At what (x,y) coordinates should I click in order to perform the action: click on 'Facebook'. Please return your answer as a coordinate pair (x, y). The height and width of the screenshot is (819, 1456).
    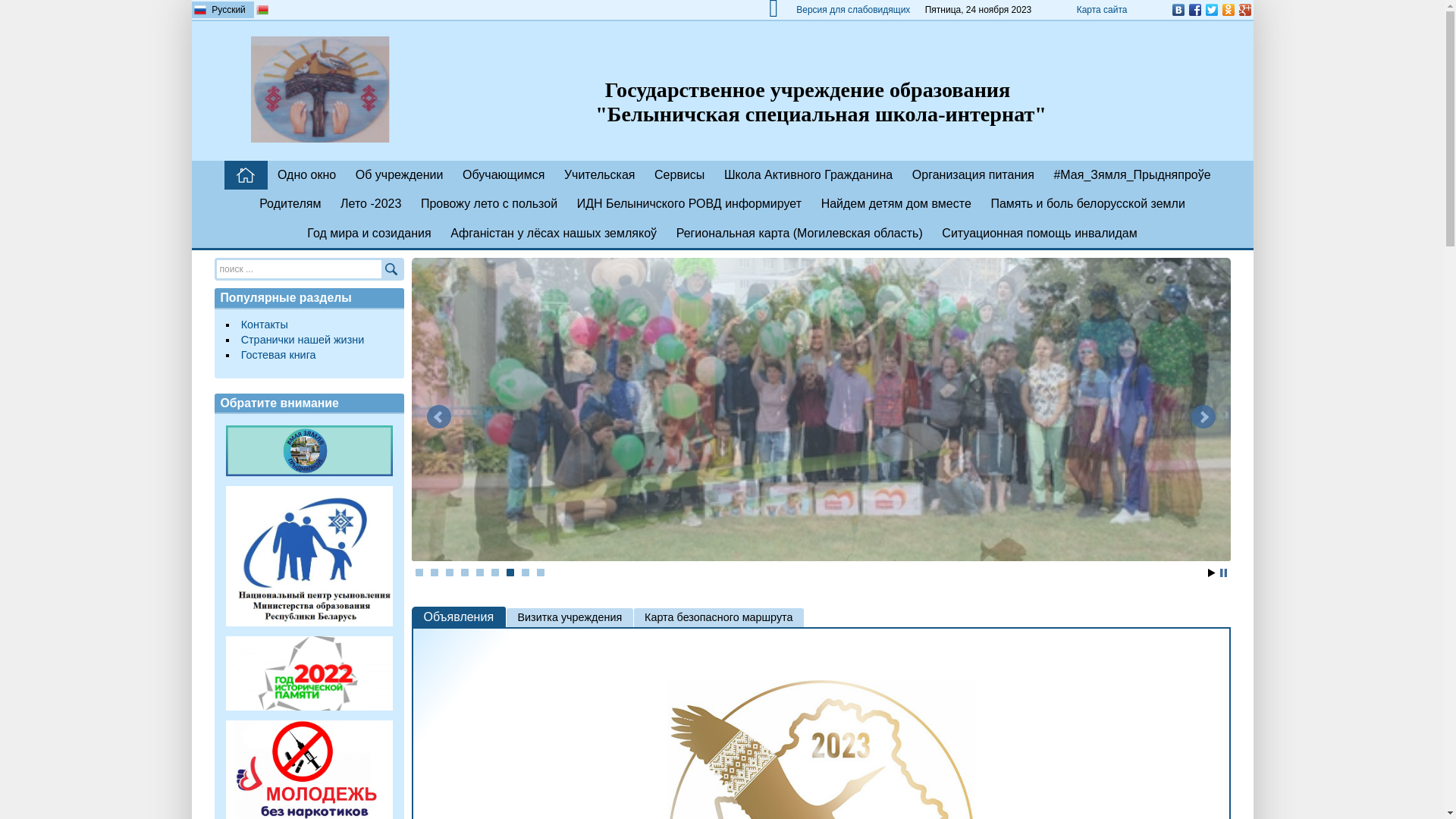
    Looking at the image, I should click on (1193, 9).